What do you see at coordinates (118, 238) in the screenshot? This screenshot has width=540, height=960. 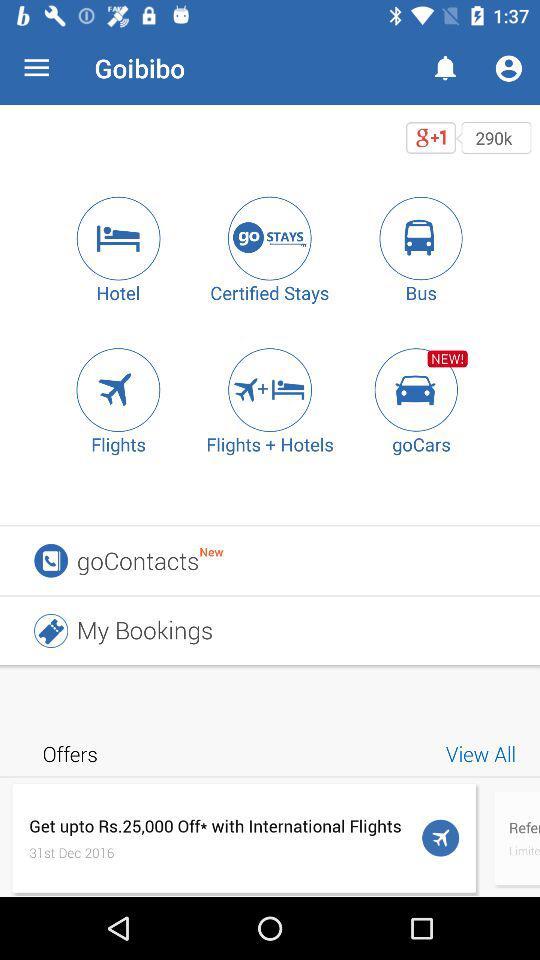 I see `search hotels` at bounding box center [118, 238].